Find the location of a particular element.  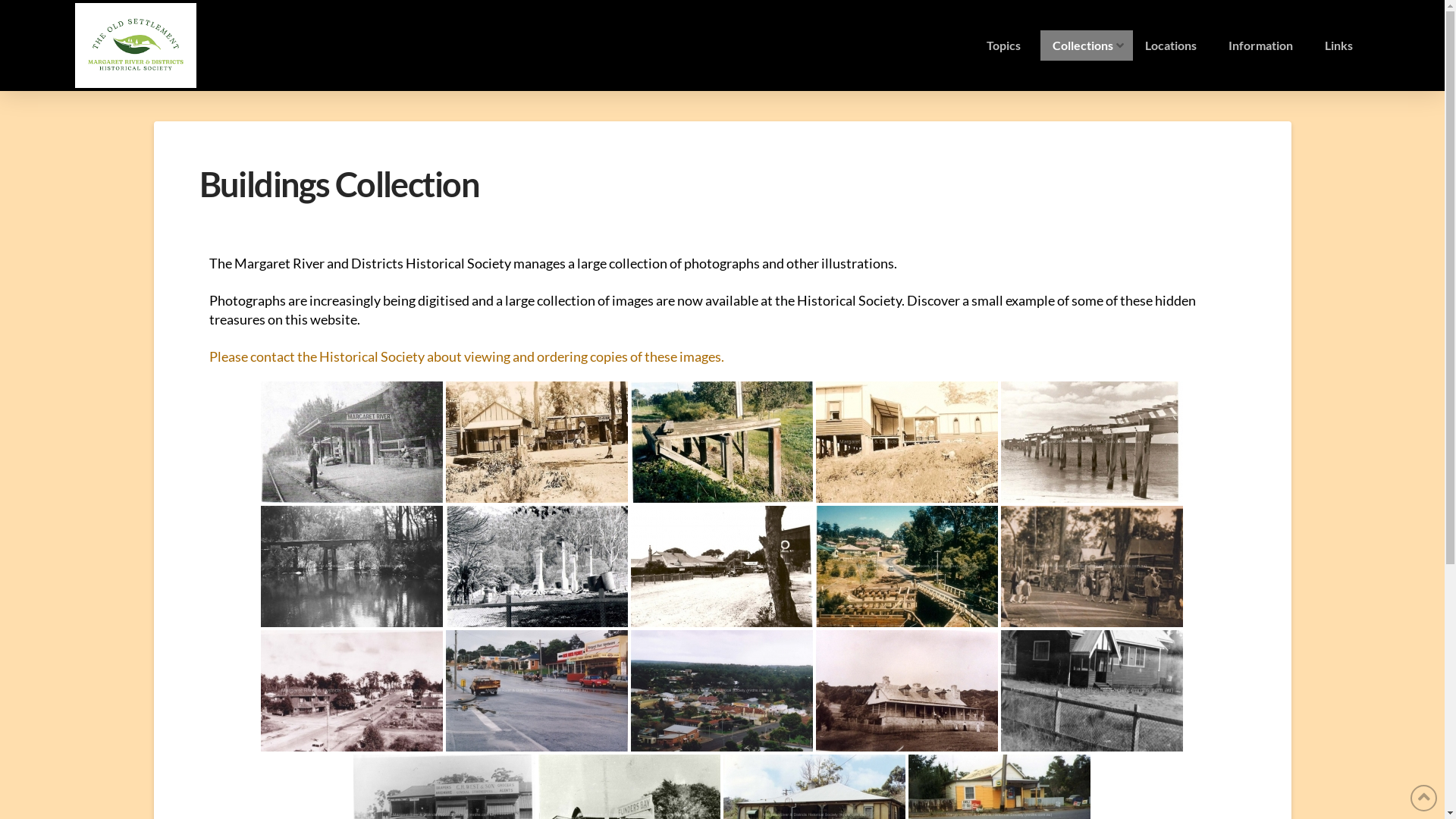

'Back to Top' is located at coordinates (1423, 797).